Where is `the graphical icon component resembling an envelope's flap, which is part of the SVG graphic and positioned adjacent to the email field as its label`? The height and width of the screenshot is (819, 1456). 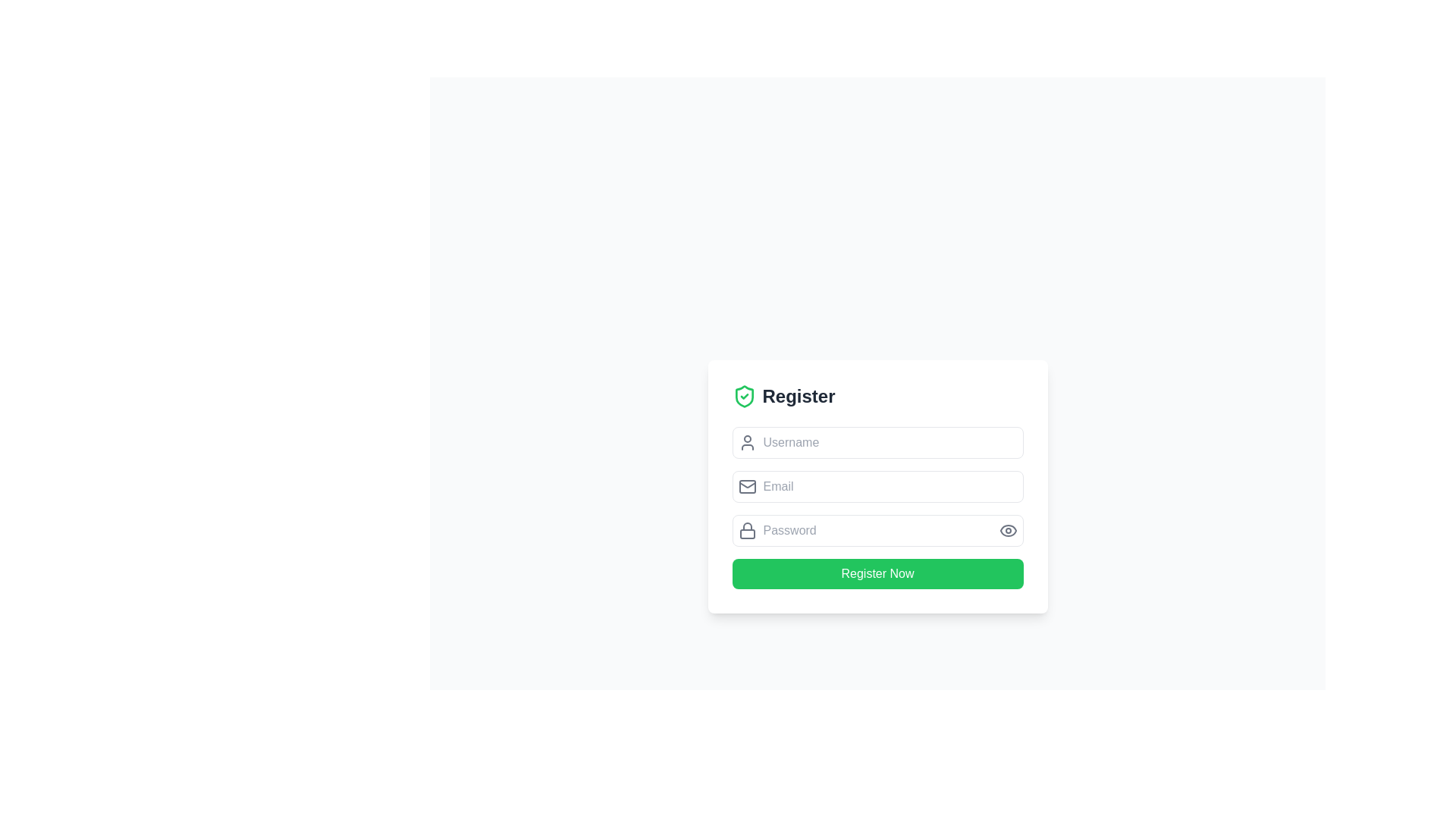 the graphical icon component resembling an envelope's flap, which is part of the SVG graphic and positioned adjacent to the email field as its label is located at coordinates (747, 485).